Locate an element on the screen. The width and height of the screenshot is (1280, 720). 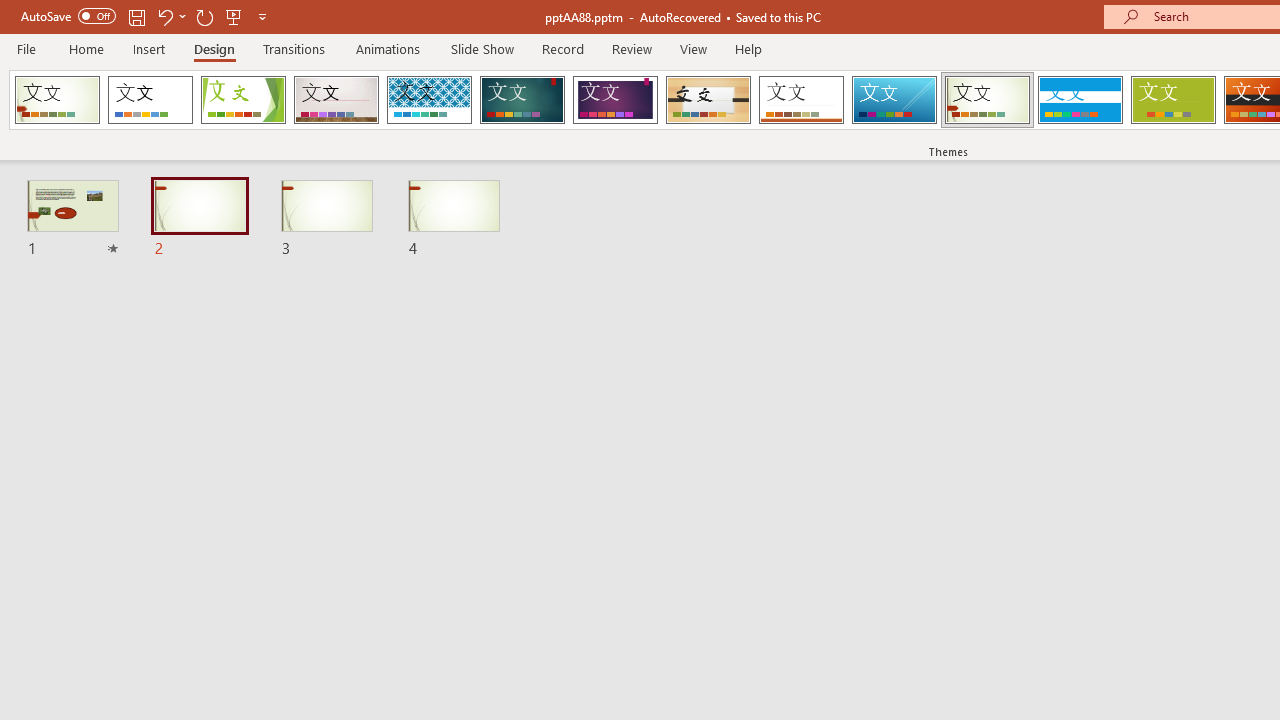
'Ion Boardroom Loading Preview...' is located at coordinates (614, 100).